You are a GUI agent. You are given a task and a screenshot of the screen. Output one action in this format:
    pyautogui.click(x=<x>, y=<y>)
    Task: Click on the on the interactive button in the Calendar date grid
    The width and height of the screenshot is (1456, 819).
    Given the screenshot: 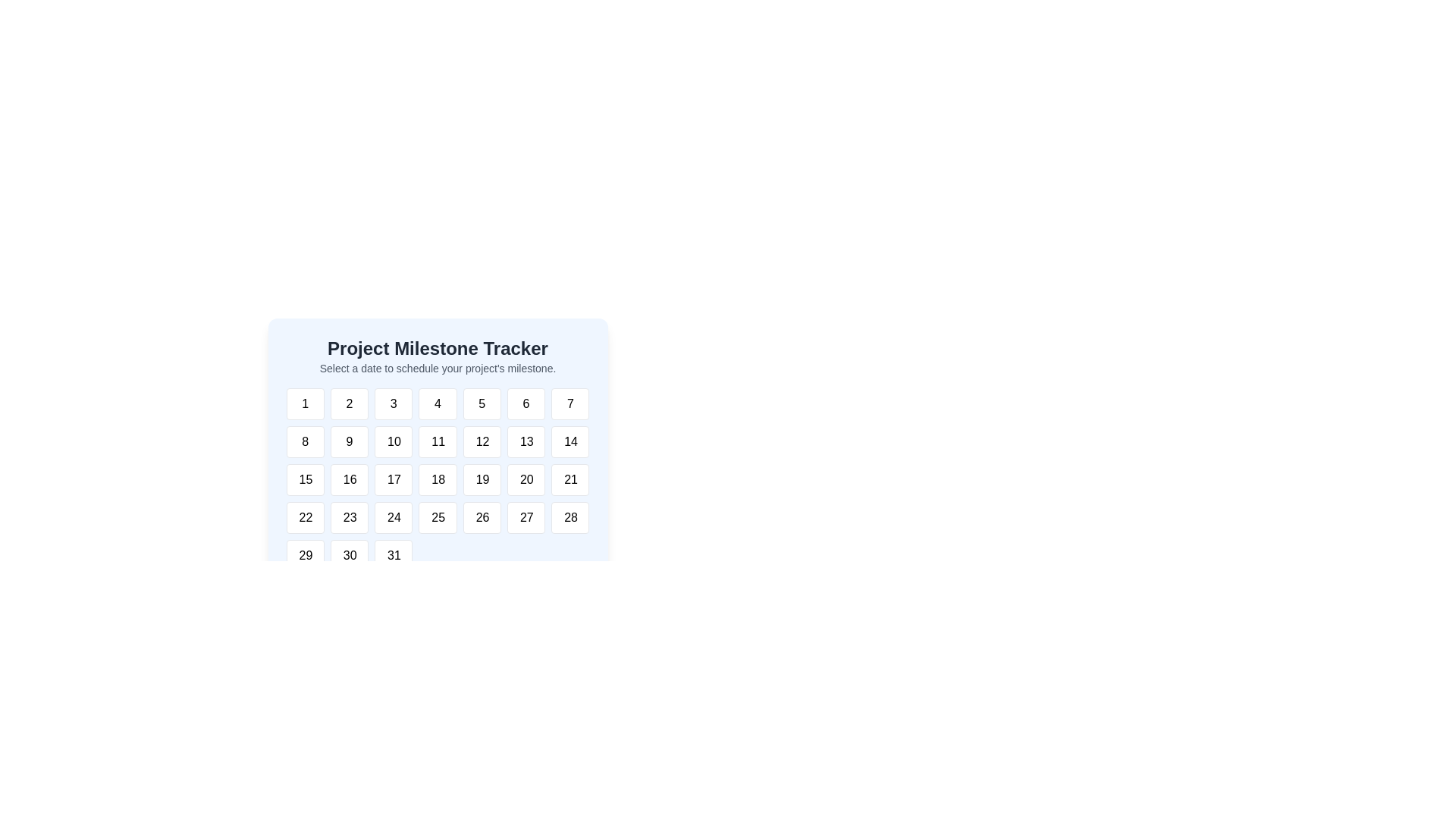 What is the action you would take?
    pyautogui.click(x=437, y=479)
    